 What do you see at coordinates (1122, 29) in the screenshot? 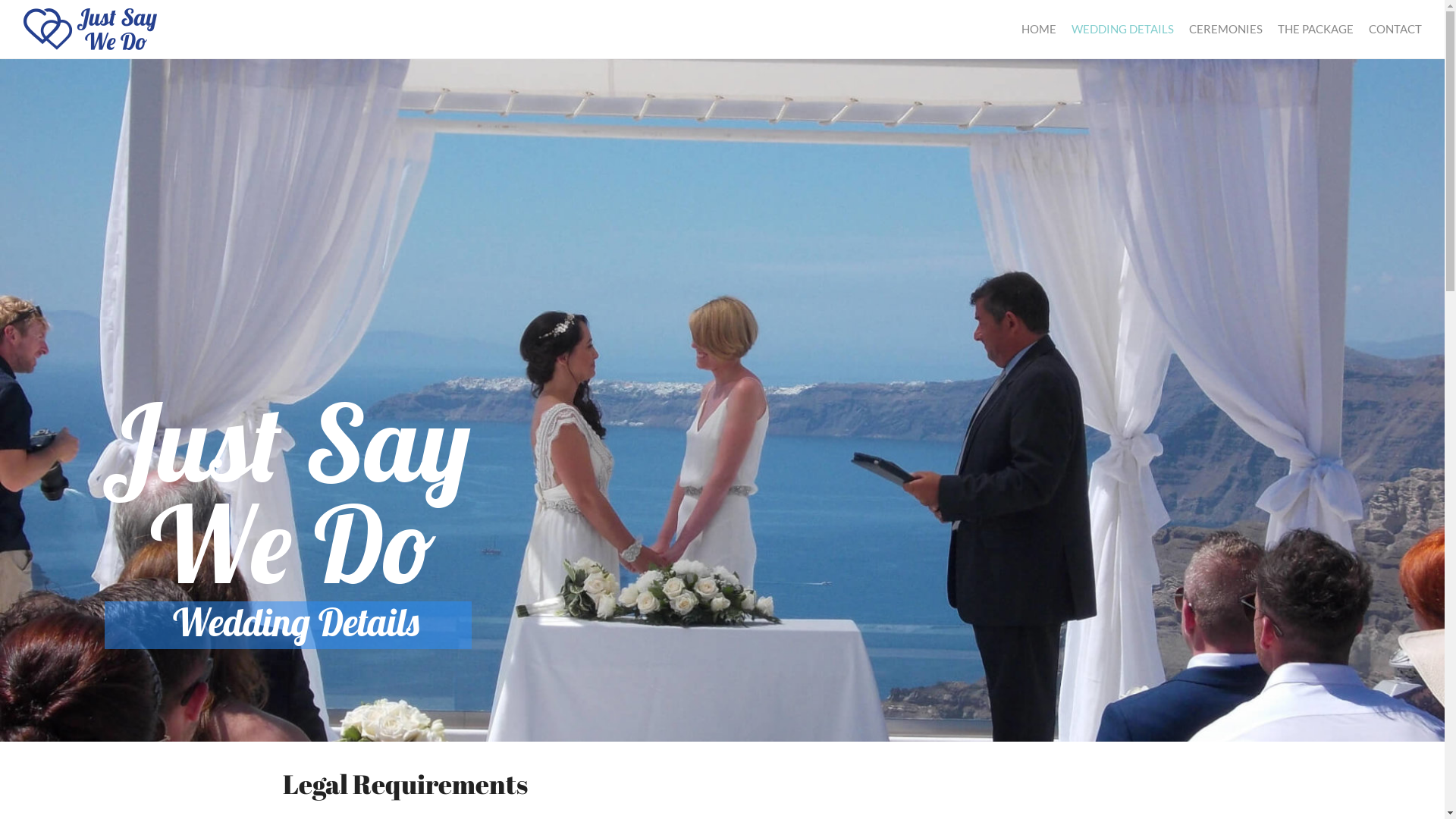
I see `'WEDDING DETAILS'` at bounding box center [1122, 29].